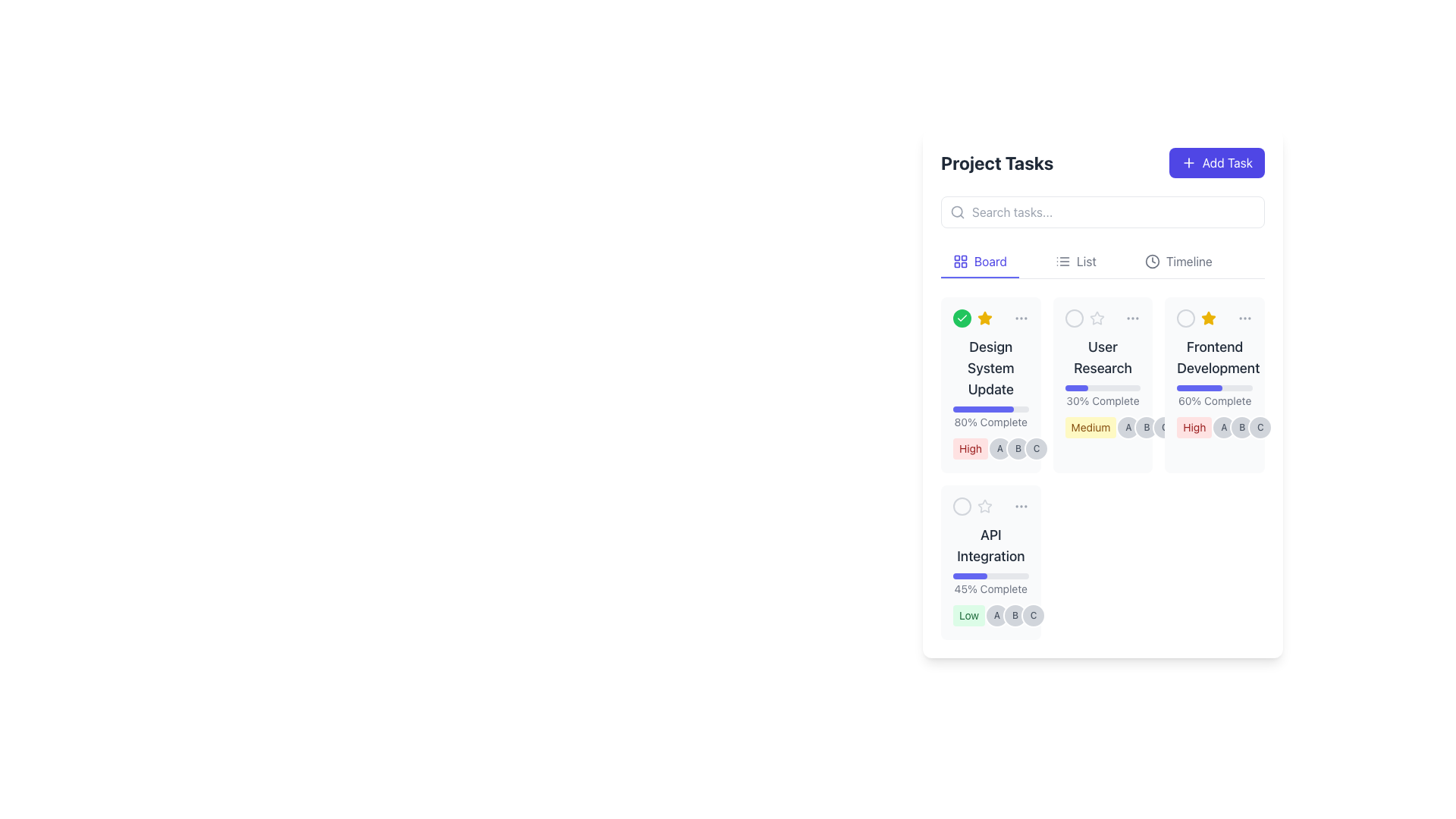  Describe the element at coordinates (990, 562) in the screenshot. I see `the title of the 'API Integration' task card, which is the fourth card in the grid layout located at the bottom-left corner of the visible task area` at that location.